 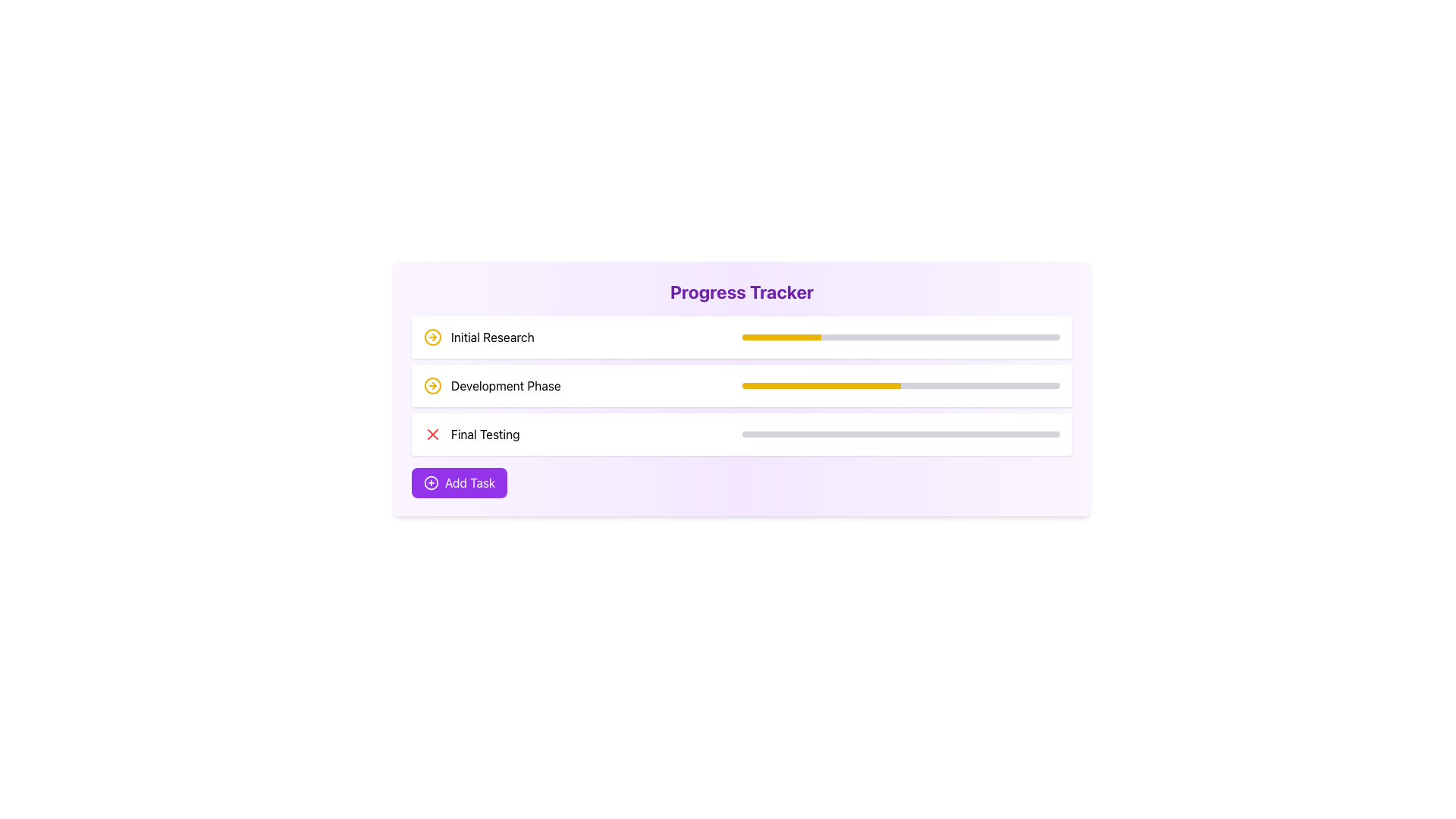 What do you see at coordinates (742, 385) in the screenshot?
I see `the central section of the Progress Tracker within the card labeled 'Progress Tracker'` at bounding box center [742, 385].